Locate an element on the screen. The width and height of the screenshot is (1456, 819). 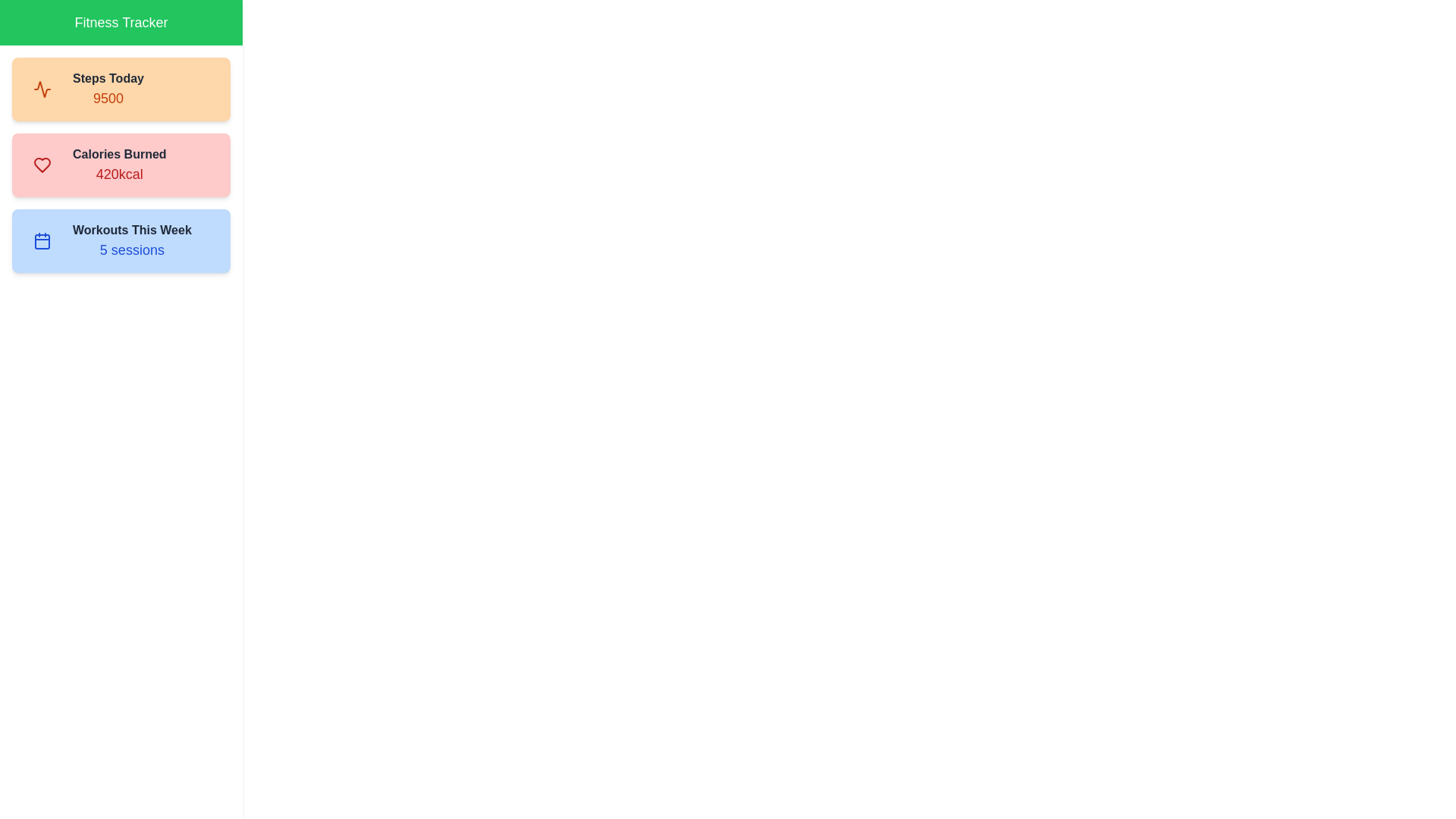
the stat Calories Burned to observe its hover effect is located at coordinates (120, 165).